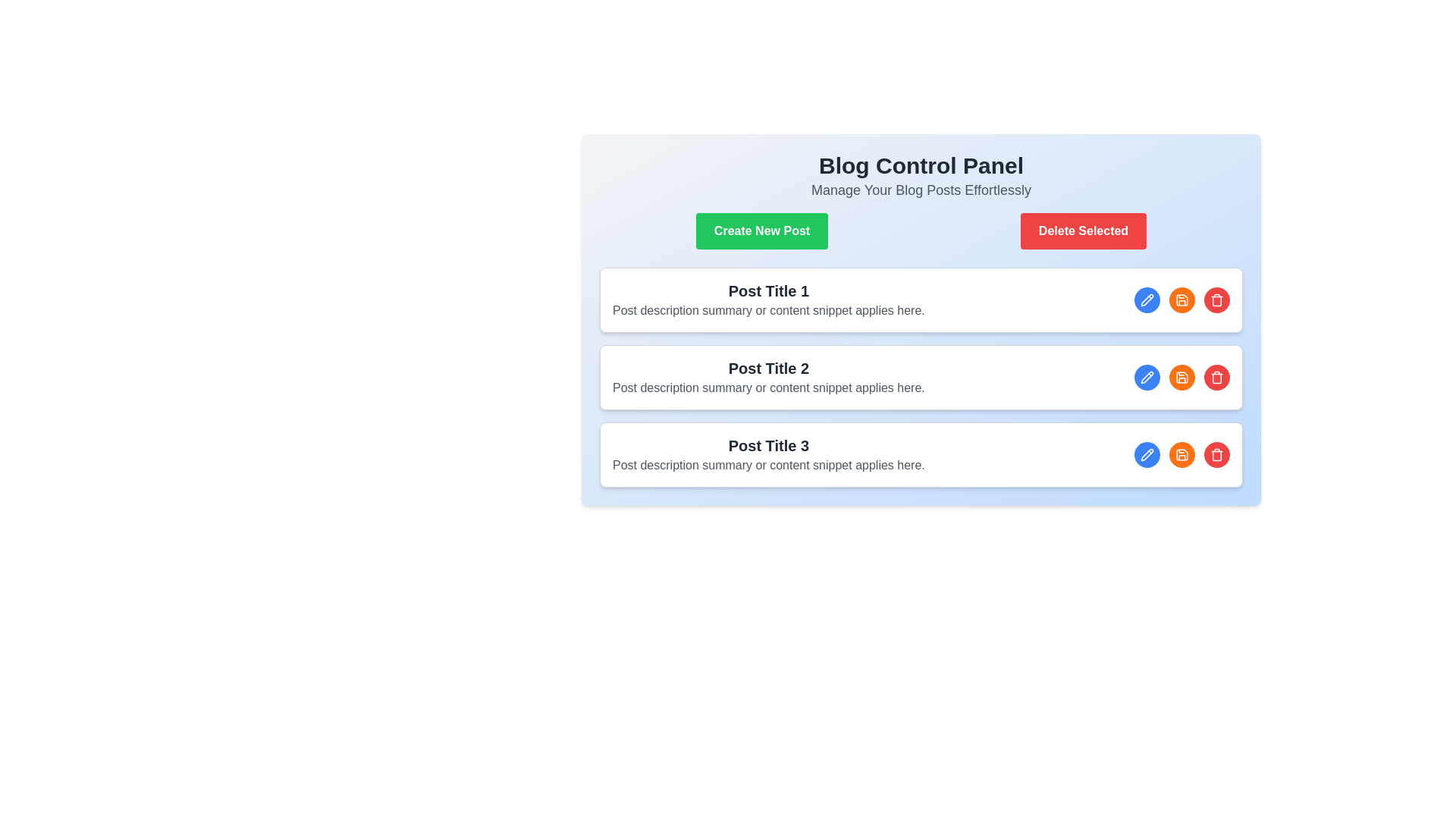  Describe the element at coordinates (1083, 231) in the screenshot. I see `the 'Delete Selected' button, which is a bright red button with bold white text, located at the top-right corner of the content area` at that location.